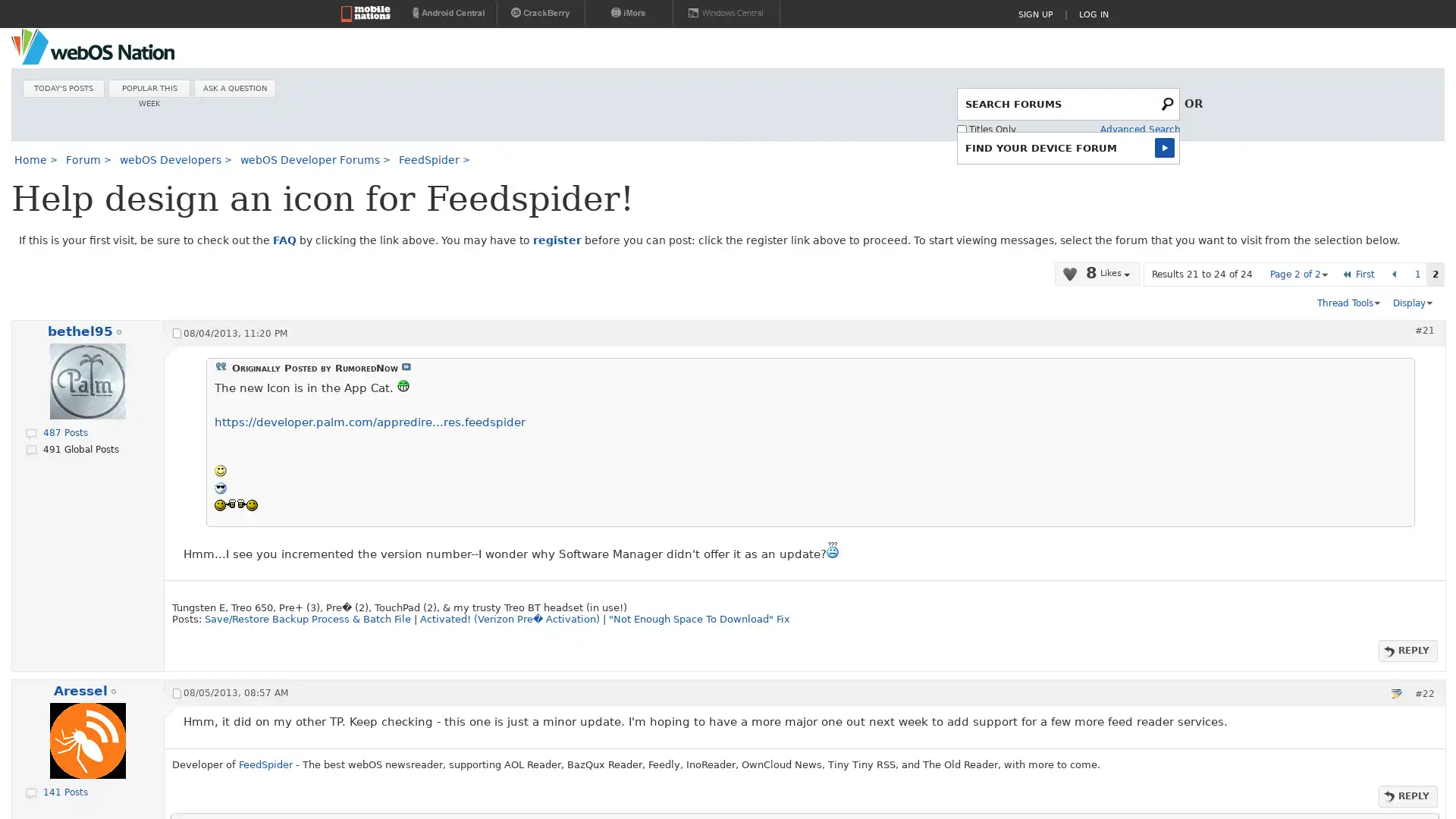 Image resolution: width=1456 pixels, height=819 pixels. Describe the element at coordinates (1168, 102) in the screenshot. I see `Submit` at that location.